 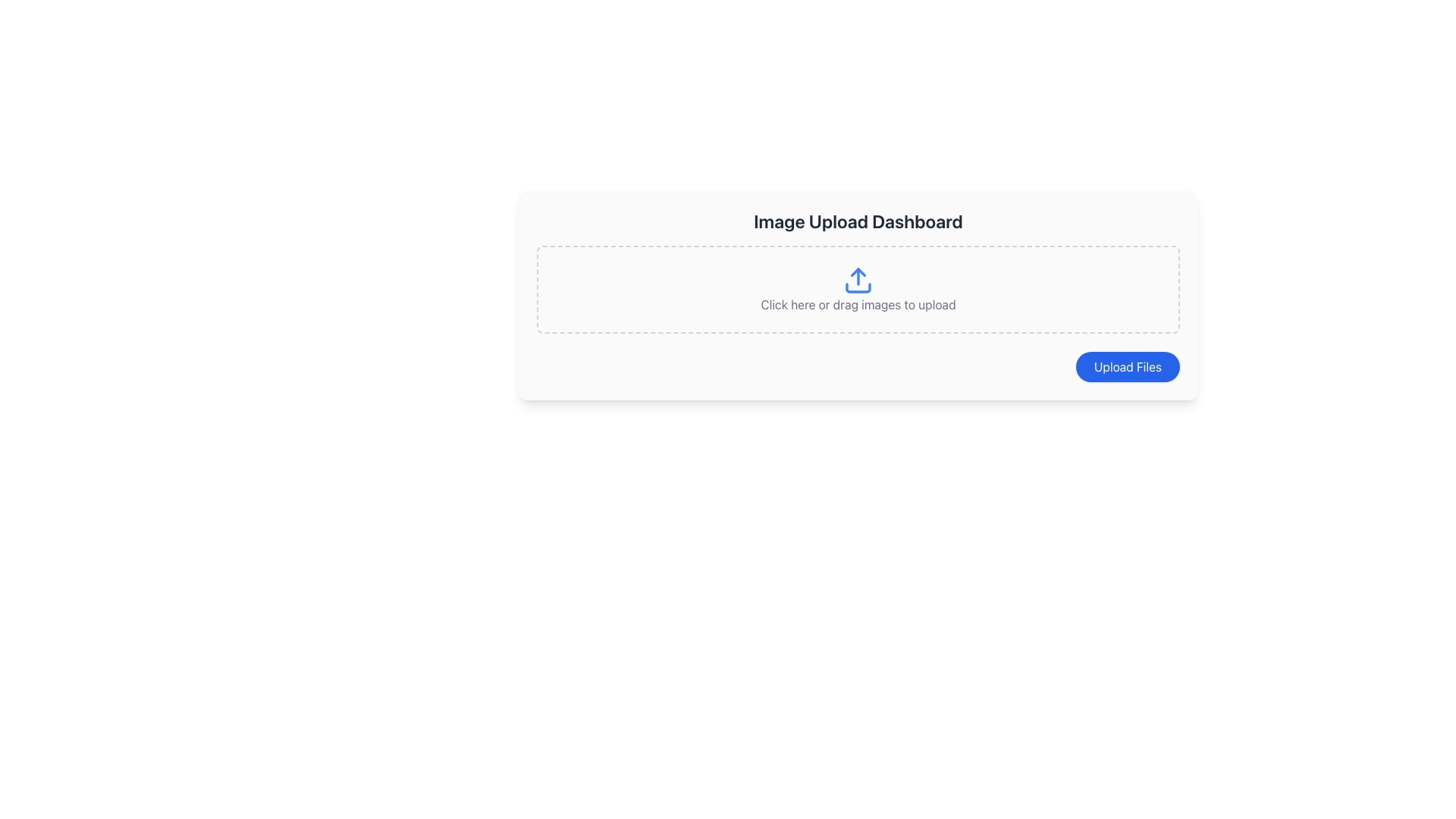 What do you see at coordinates (858, 221) in the screenshot?
I see `text of the primary title label at the top of the image upload section, which provides context for the interface area` at bounding box center [858, 221].